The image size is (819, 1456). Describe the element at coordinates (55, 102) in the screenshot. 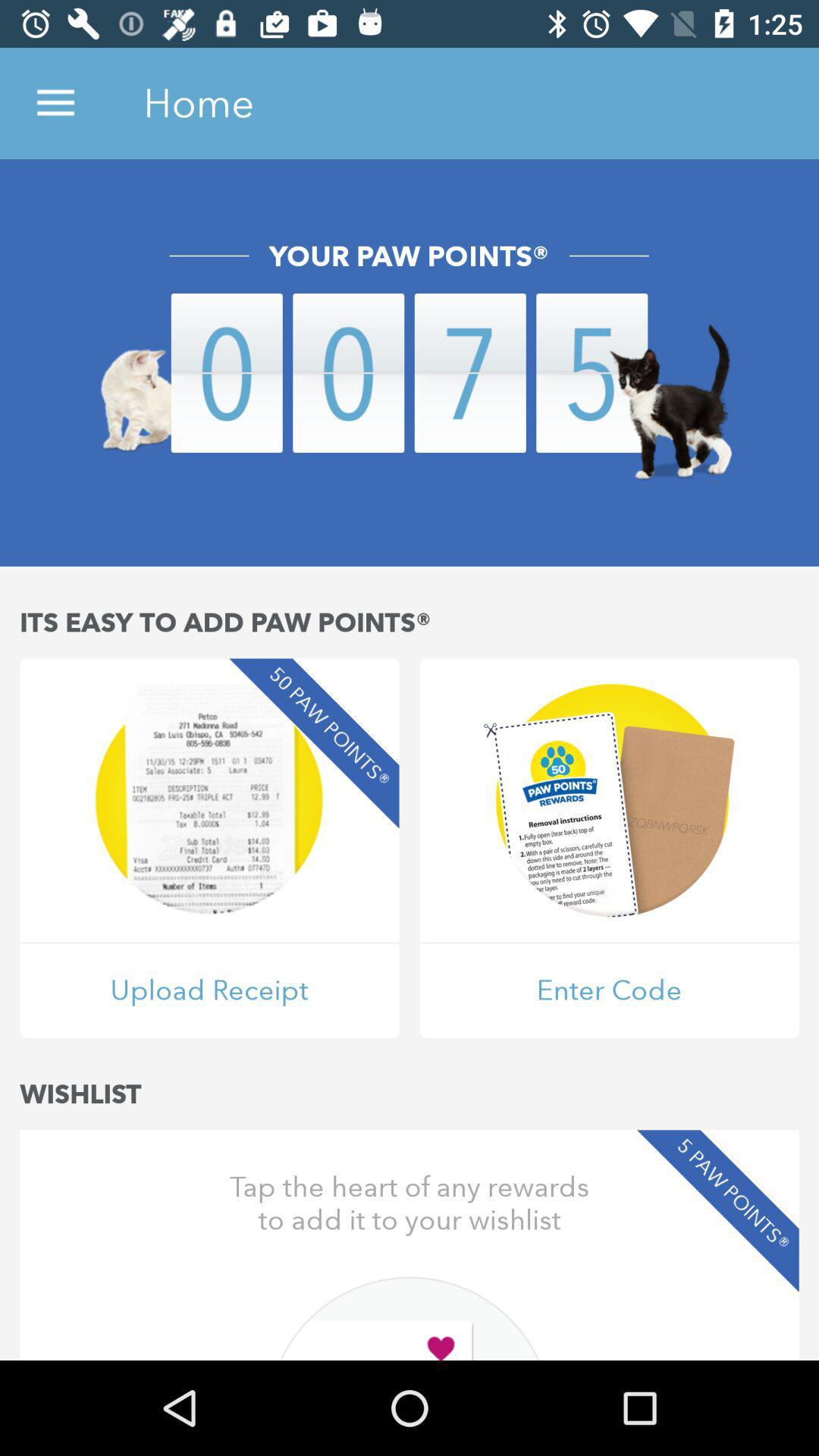

I see `icon next to home item` at that location.